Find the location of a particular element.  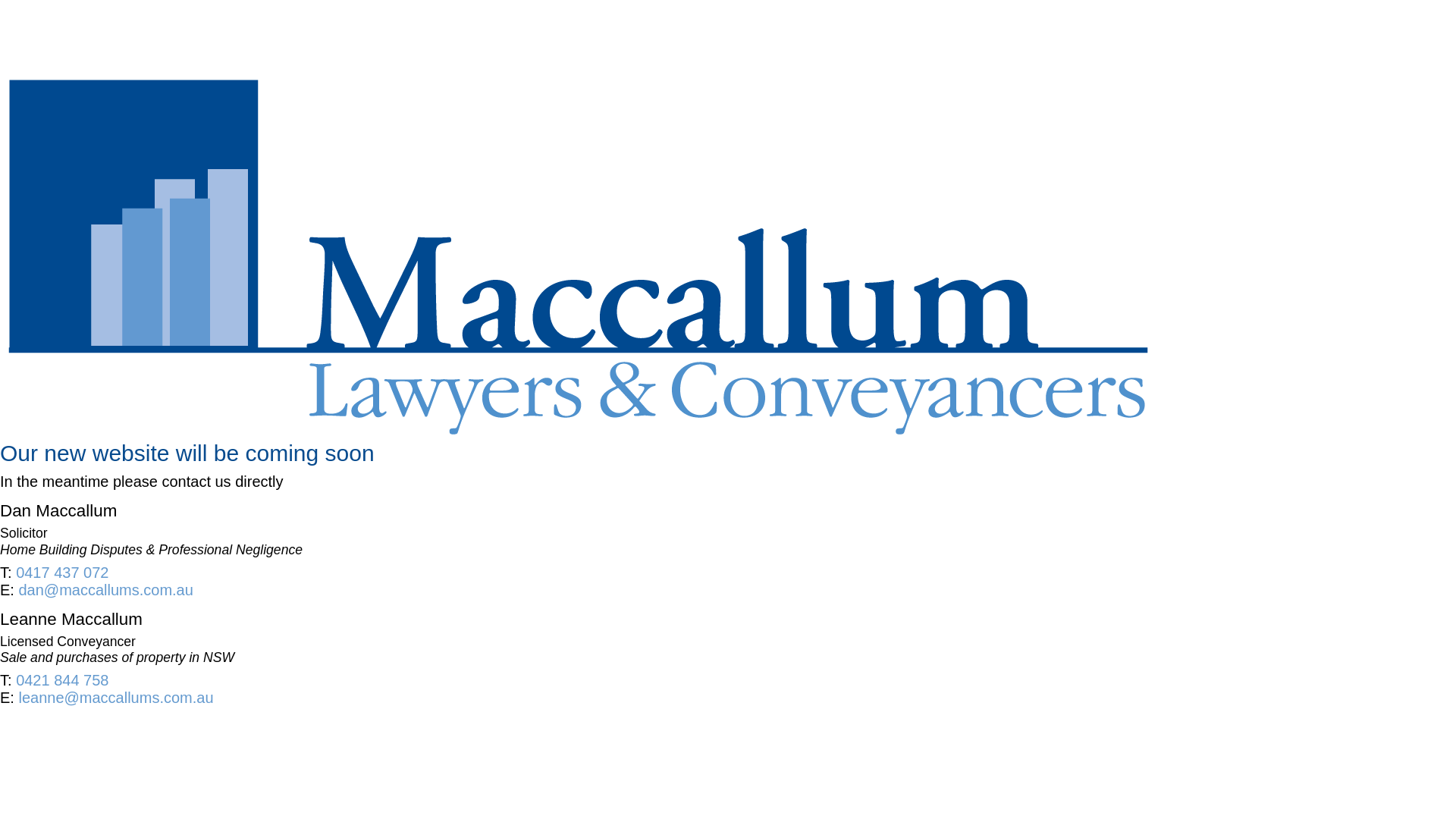

'dan@maccallums.com.au' is located at coordinates (105, 589).